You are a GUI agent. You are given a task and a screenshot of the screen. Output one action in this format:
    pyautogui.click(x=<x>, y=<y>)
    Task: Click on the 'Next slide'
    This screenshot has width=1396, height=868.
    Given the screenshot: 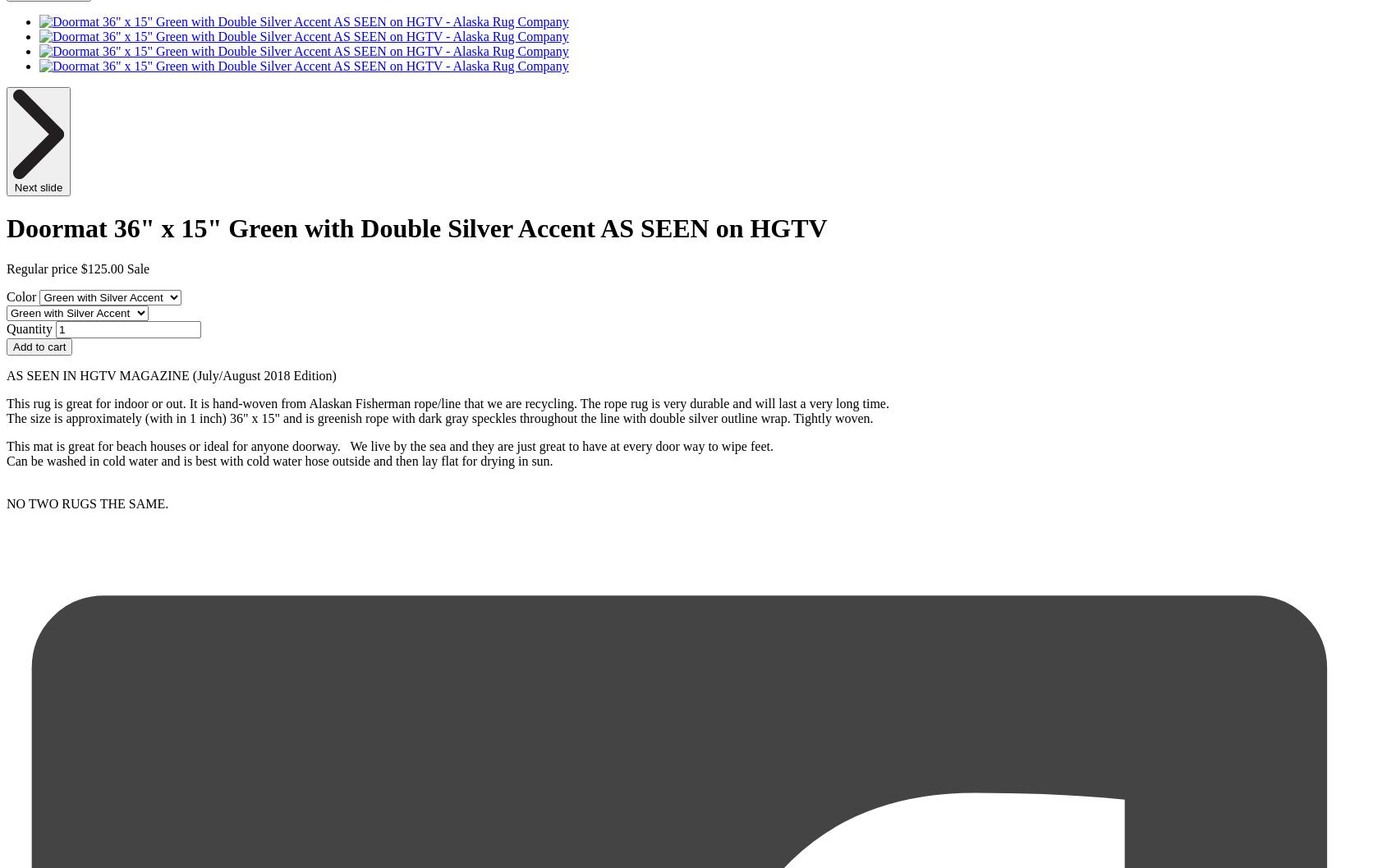 What is the action you would take?
    pyautogui.click(x=38, y=186)
    